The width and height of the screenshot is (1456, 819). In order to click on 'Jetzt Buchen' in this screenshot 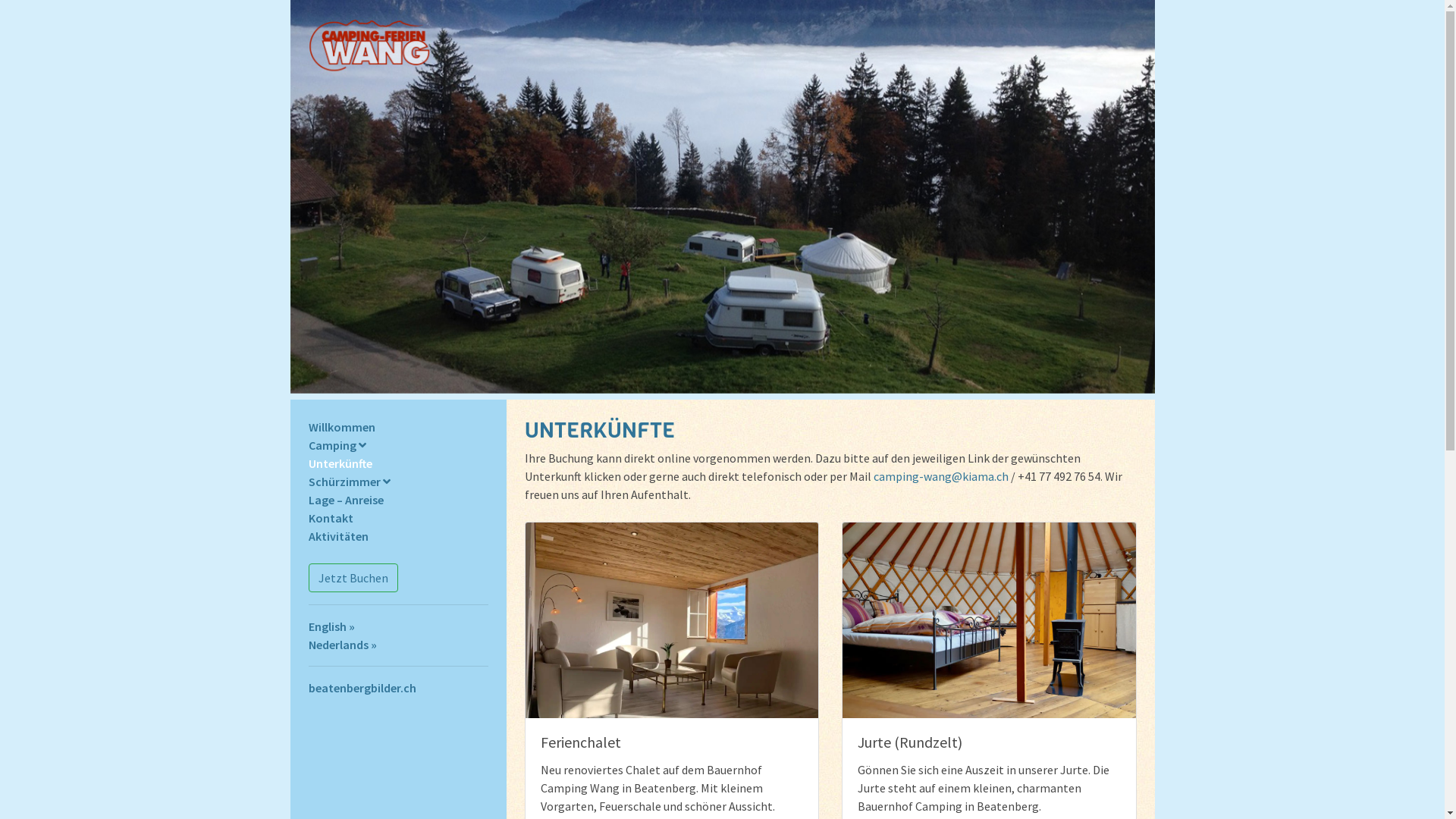, I will do `click(352, 578)`.